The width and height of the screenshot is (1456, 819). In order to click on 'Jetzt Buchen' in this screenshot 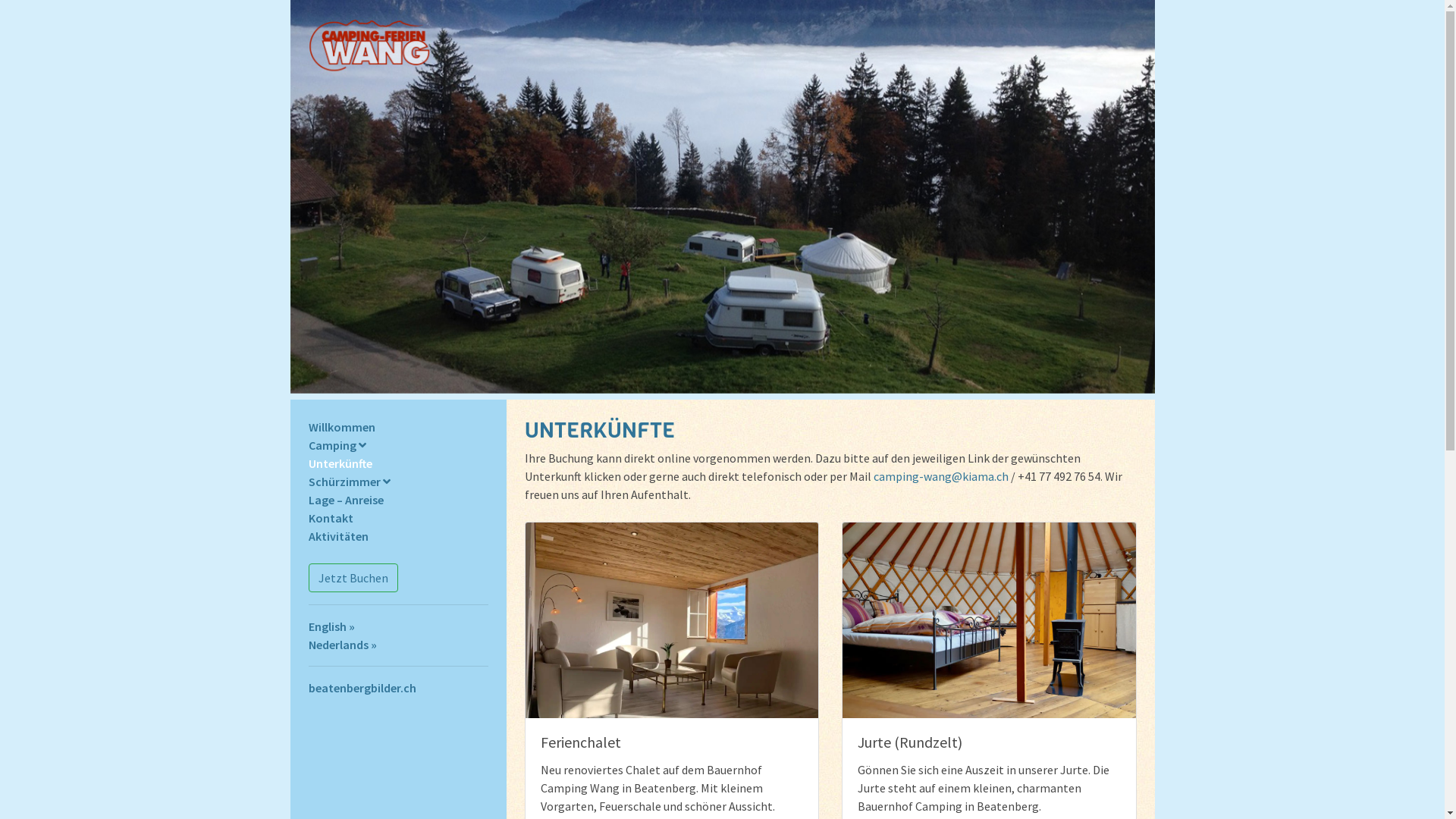, I will do `click(352, 578)`.